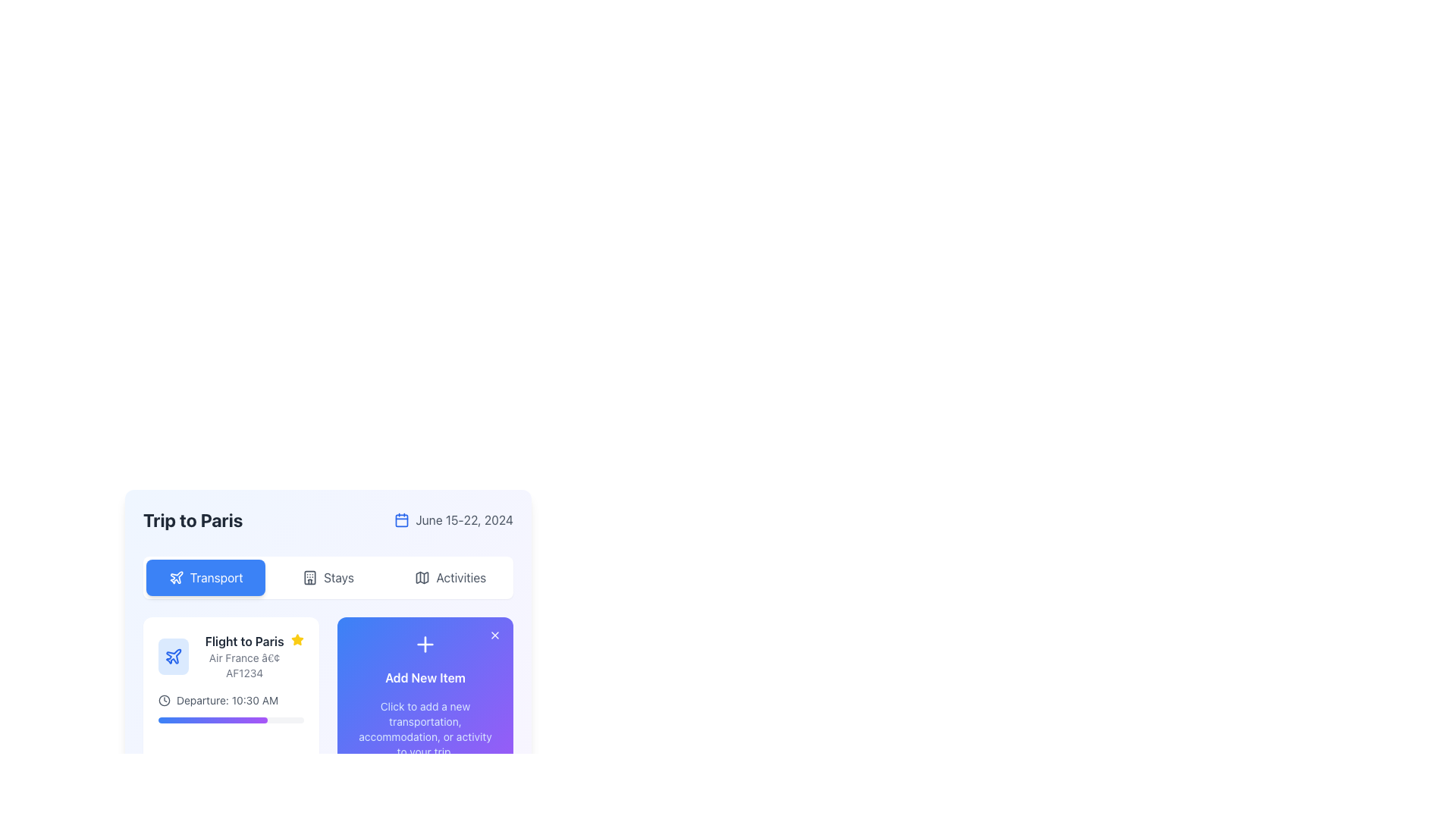 Image resolution: width=1456 pixels, height=819 pixels. Describe the element at coordinates (327, 519) in the screenshot. I see `the Header Section that contains the text 'Trip to Paris' and the date 'June 15-22, 2024' with a blue calendar icon by moving the cursor to its center point` at that location.